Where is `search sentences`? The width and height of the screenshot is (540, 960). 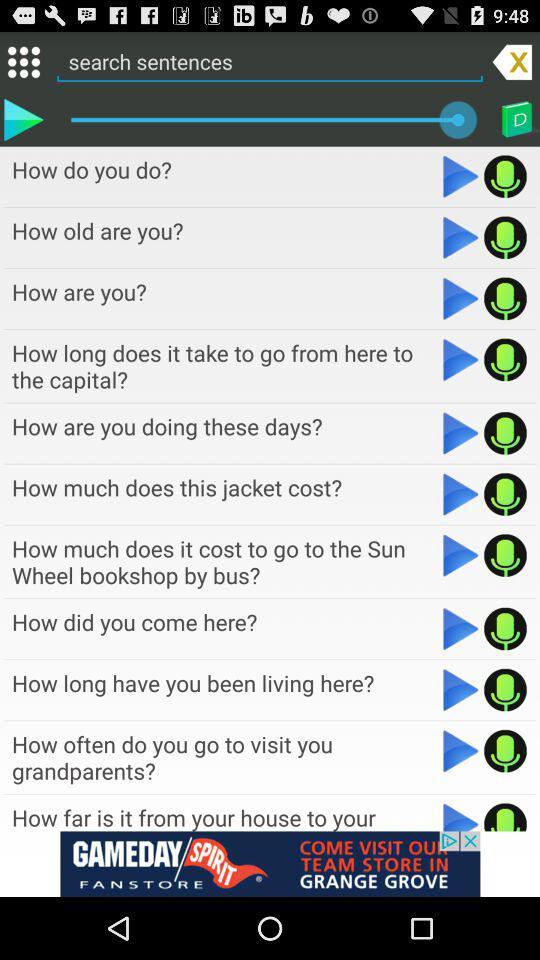
search sentences is located at coordinates (270, 61).